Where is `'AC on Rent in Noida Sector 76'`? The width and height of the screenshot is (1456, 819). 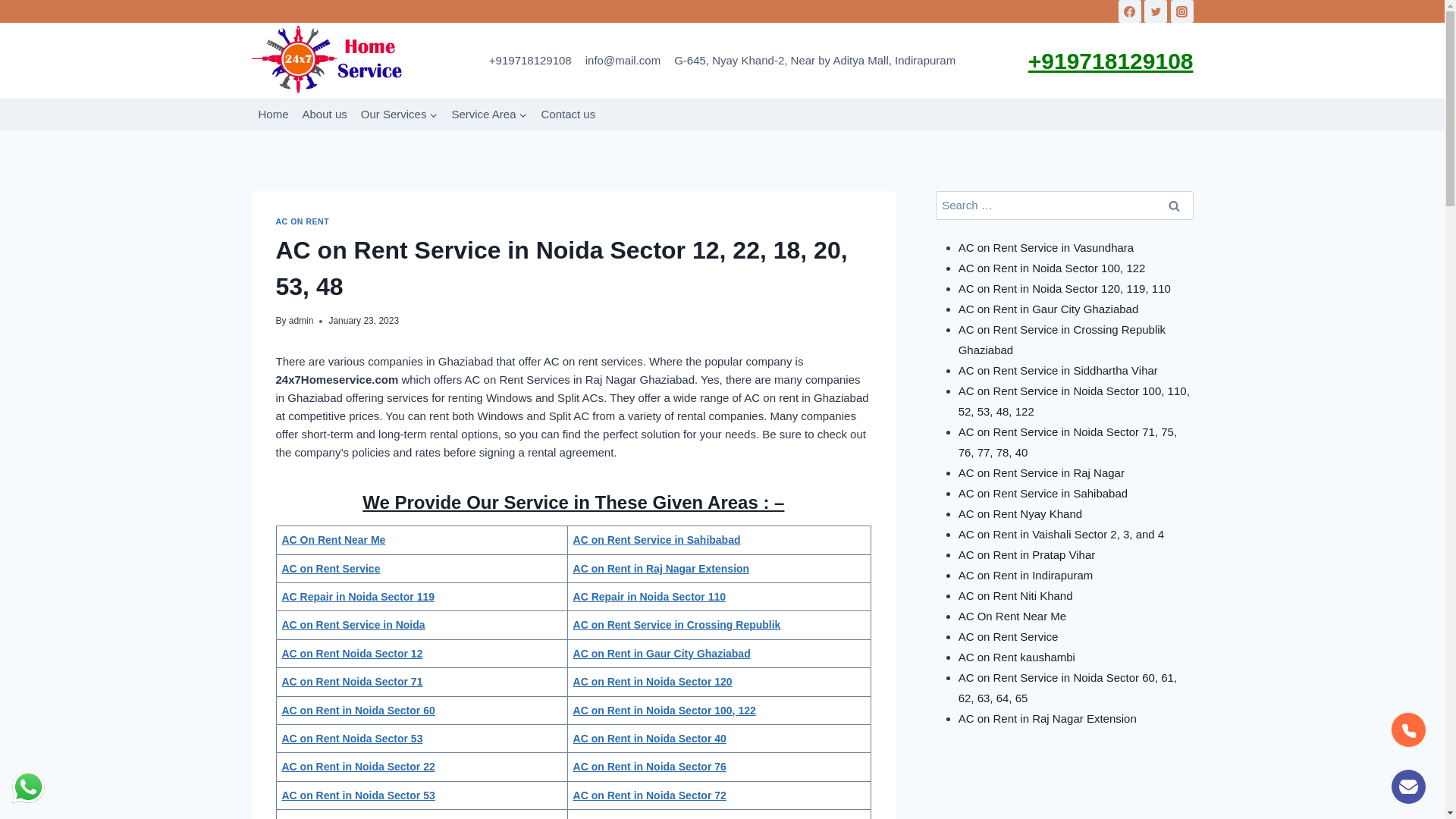
'AC on Rent in Noida Sector 76' is located at coordinates (650, 766).